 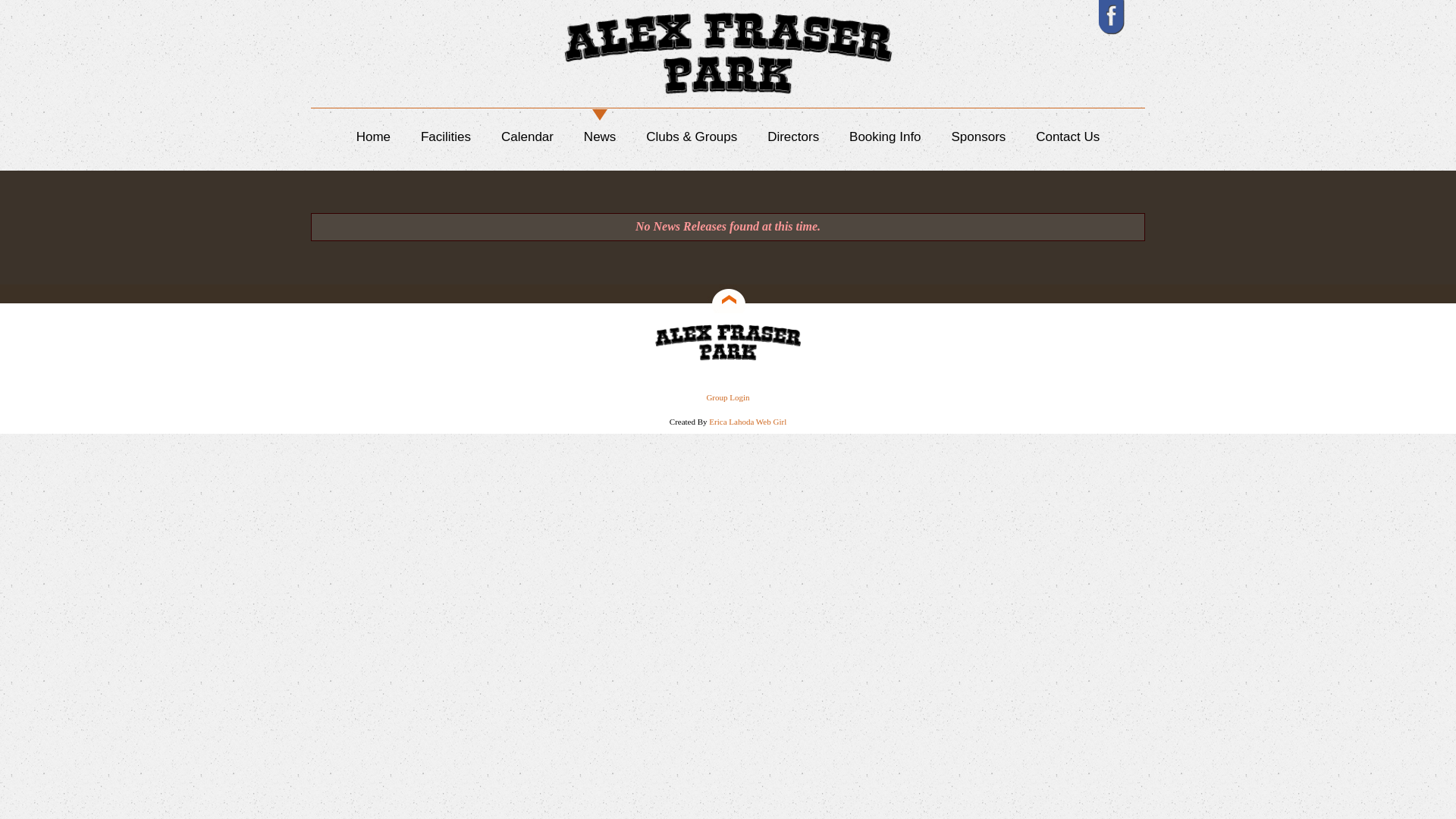 I want to click on 'Sponsors', so click(x=978, y=136).